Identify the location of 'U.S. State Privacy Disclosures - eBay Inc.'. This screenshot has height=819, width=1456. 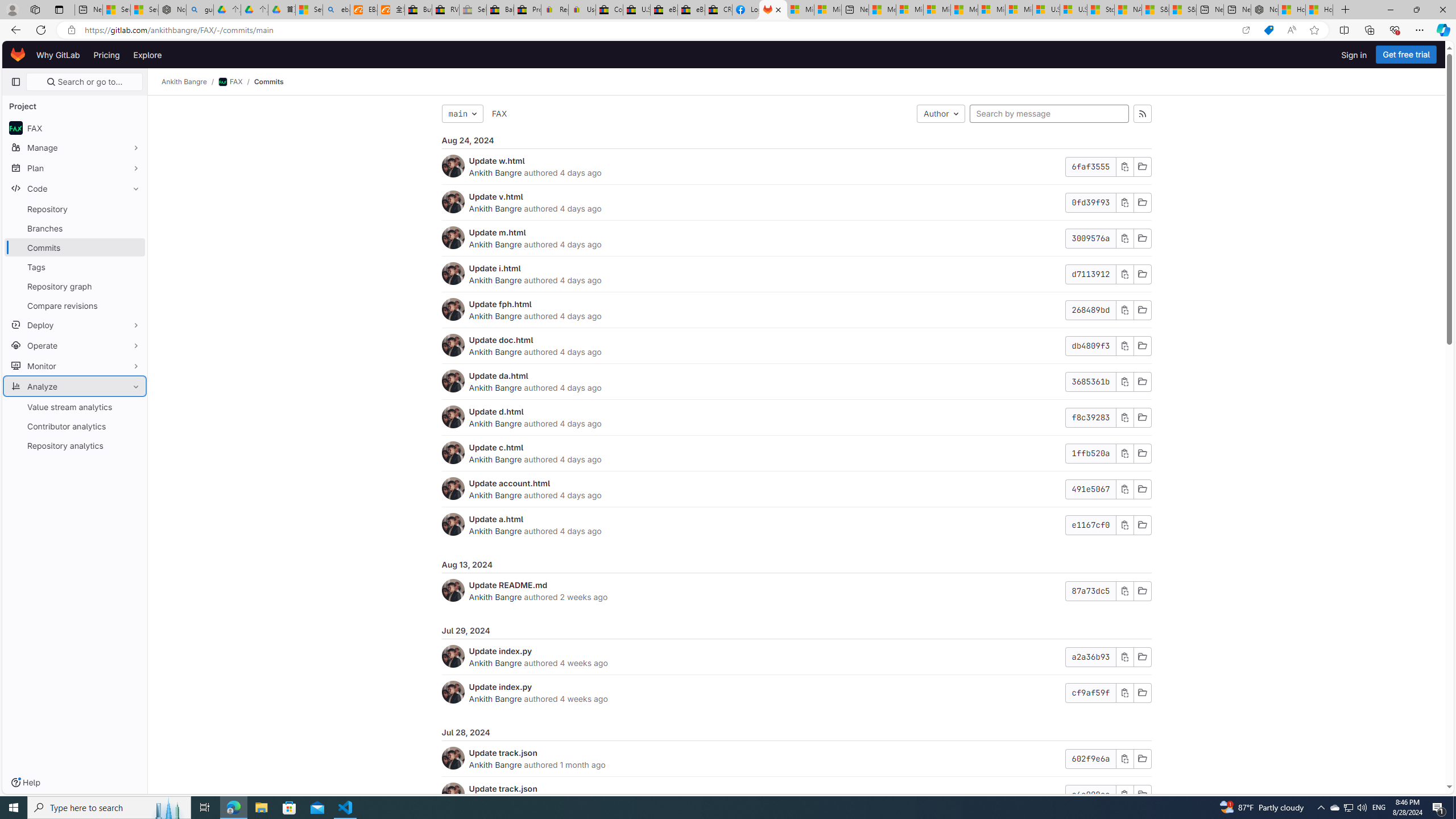
(637, 9).